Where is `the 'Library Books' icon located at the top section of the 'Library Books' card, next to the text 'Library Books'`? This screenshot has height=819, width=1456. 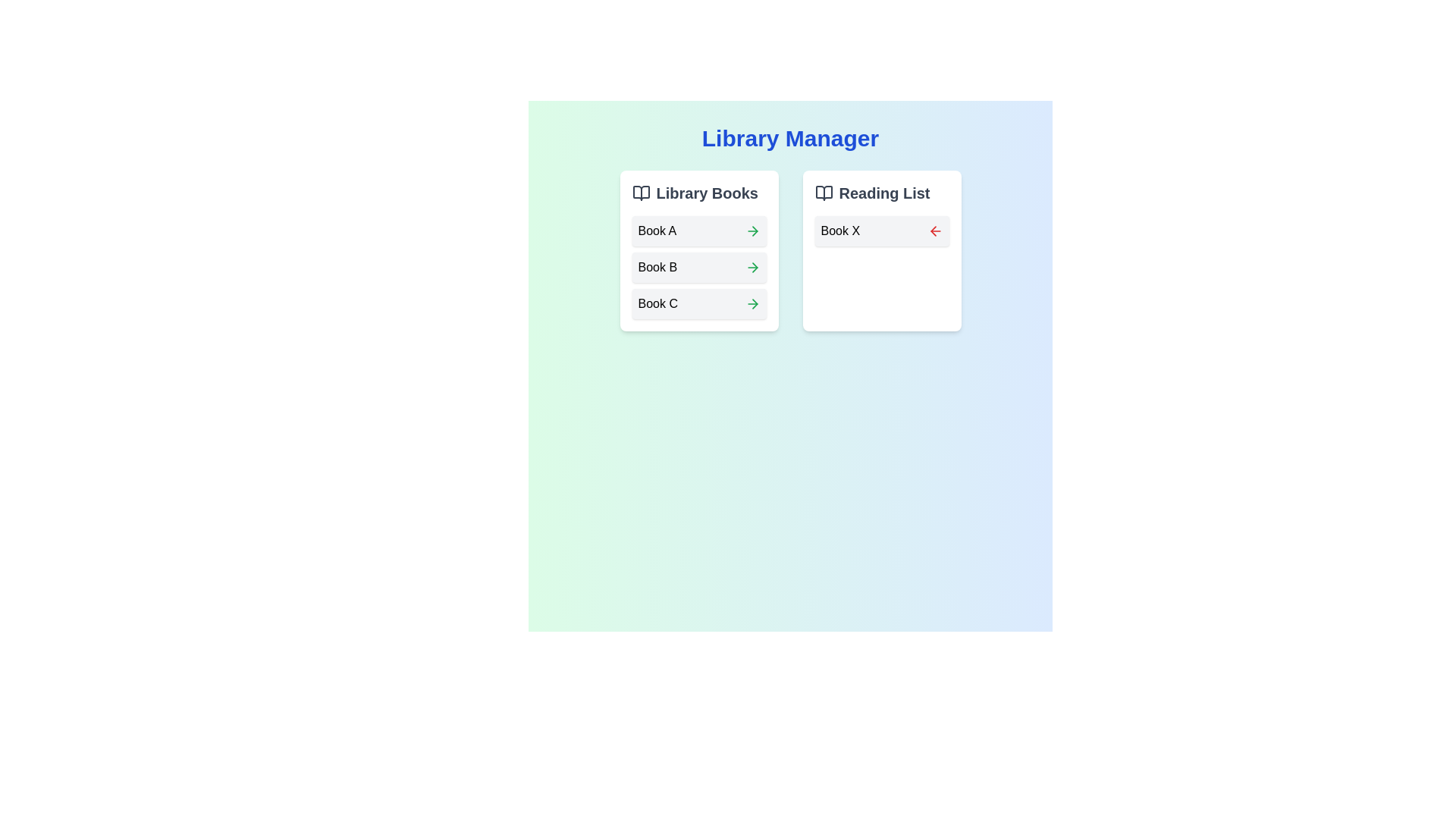 the 'Library Books' icon located at the top section of the 'Library Books' card, next to the text 'Library Books' is located at coordinates (641, 192).